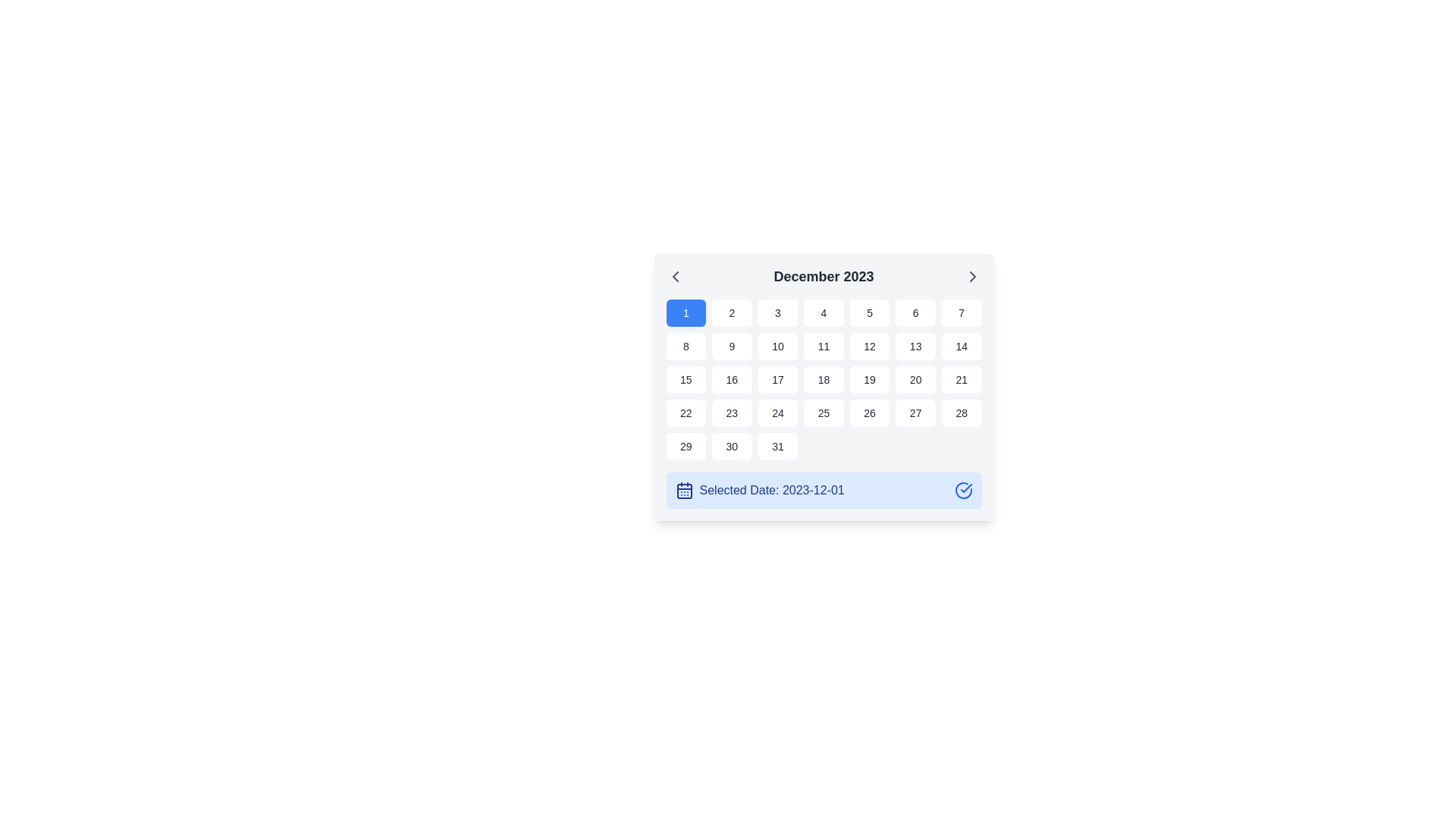 The image size is (1456, 819). What do you see at coordinates (870, 379) in the screenshot?
I see `the button representing the 19th date in the calendar grid` at bounding box center [870, 379].